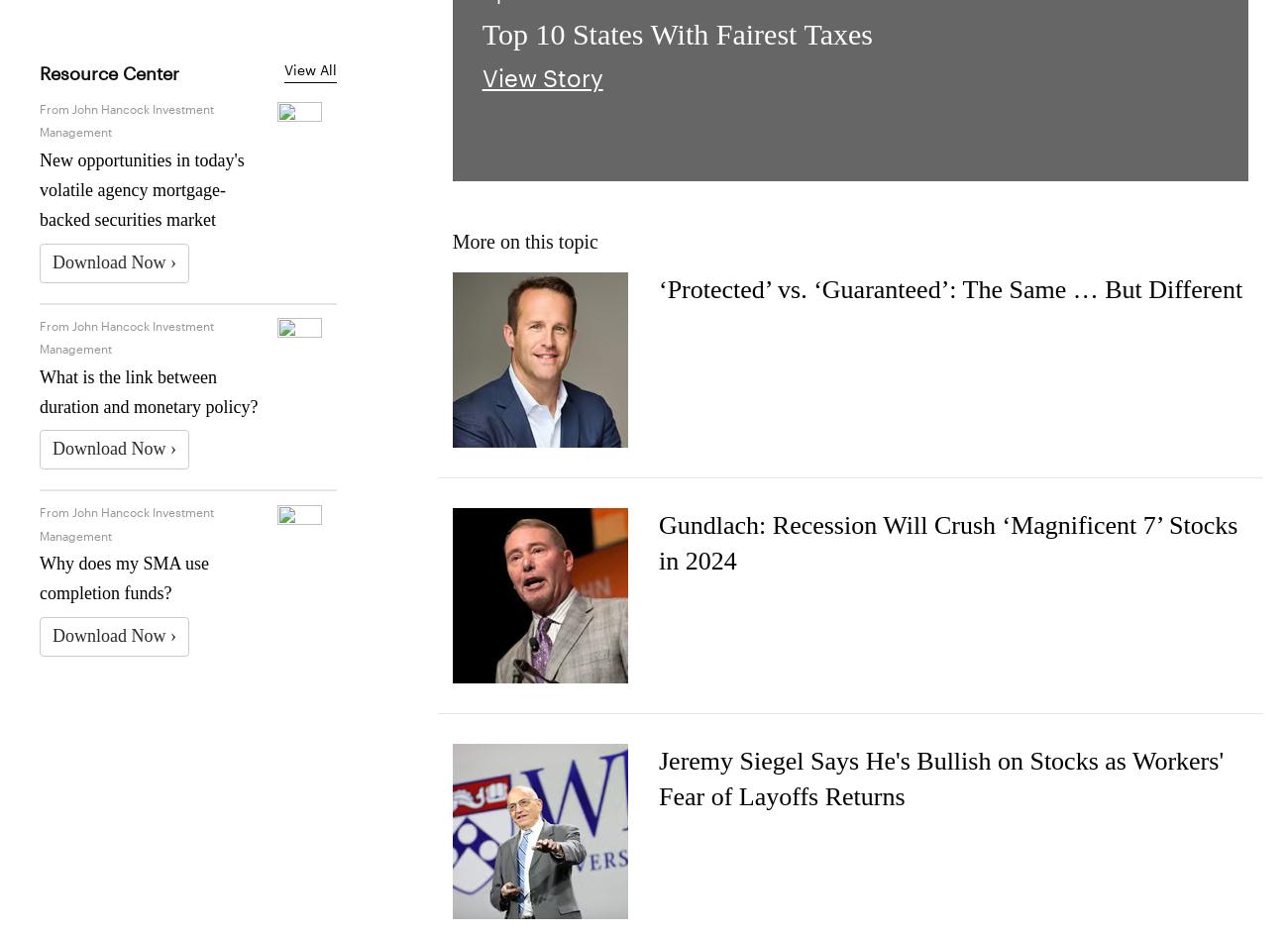  I want to click on 'New opportunities in today's volatile agency mortgage-backed securities market', so click(141, 187).